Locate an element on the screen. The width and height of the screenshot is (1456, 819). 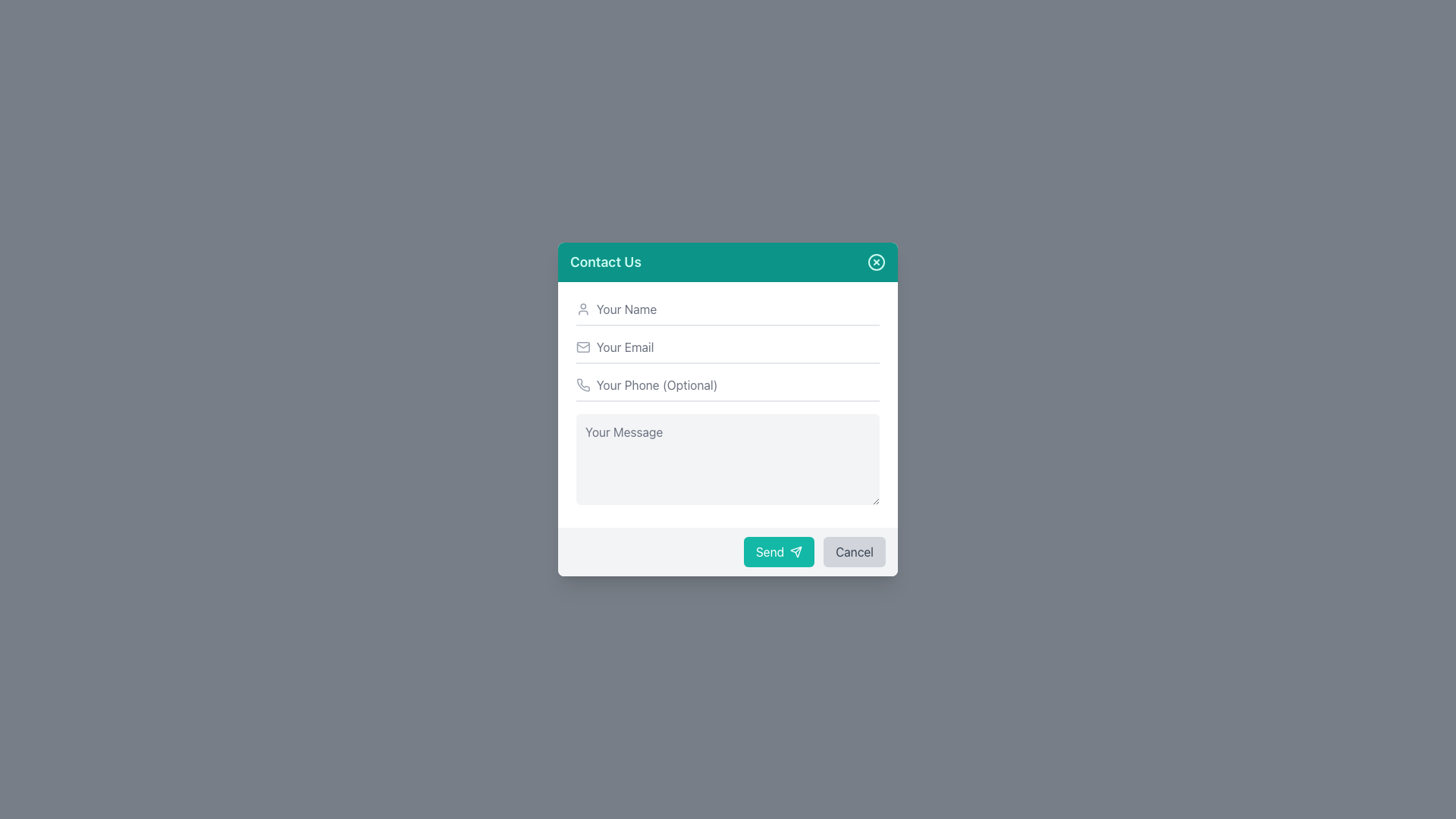
the decorative icon representing the phone number input field in the contact form, located to the left of the placeholder text 'Your Phone (Optional).' is located at coordinates (582, 384).